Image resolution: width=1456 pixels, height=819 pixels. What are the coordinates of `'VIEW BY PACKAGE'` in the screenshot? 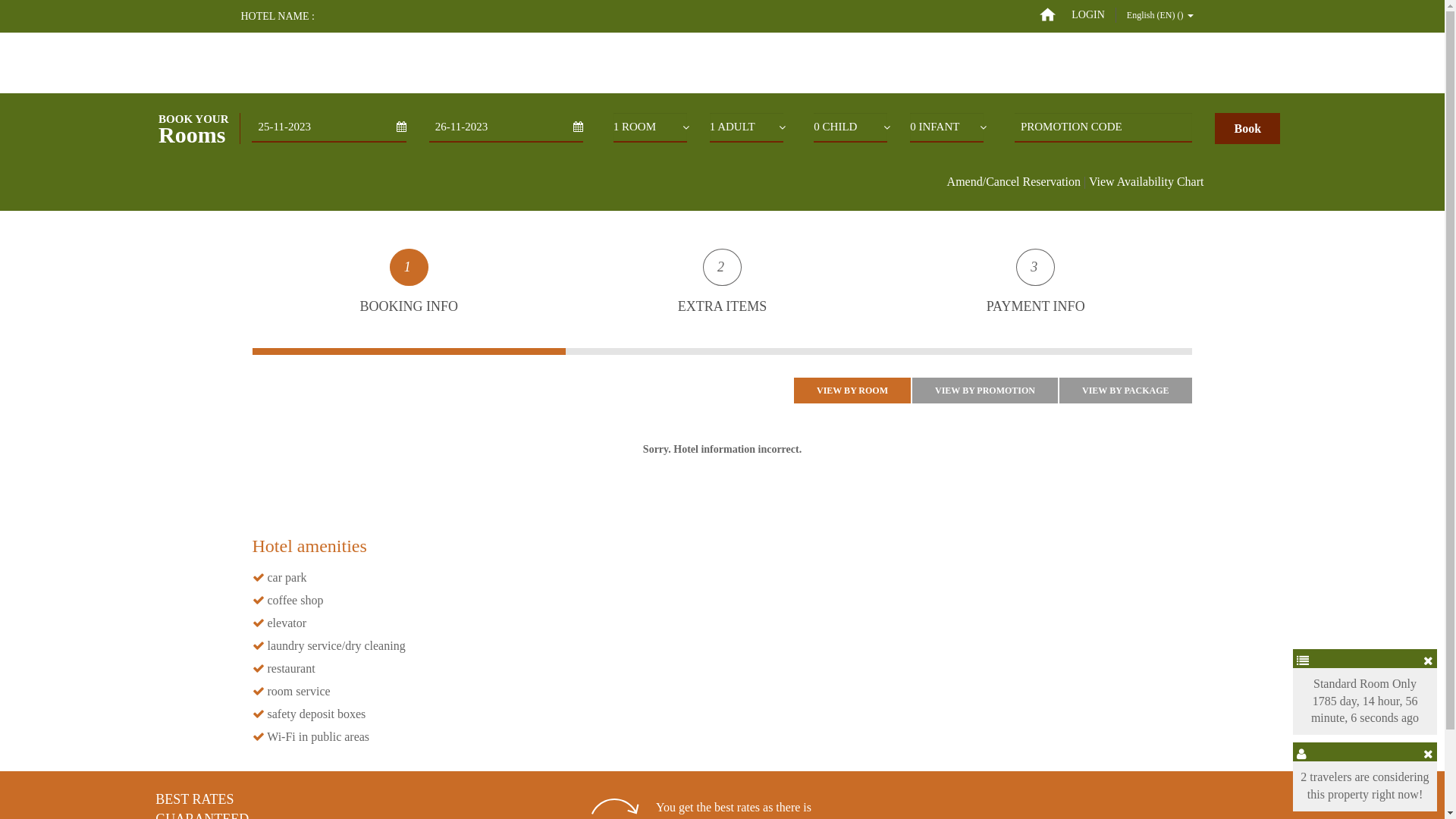 It's located at (1125, 390).